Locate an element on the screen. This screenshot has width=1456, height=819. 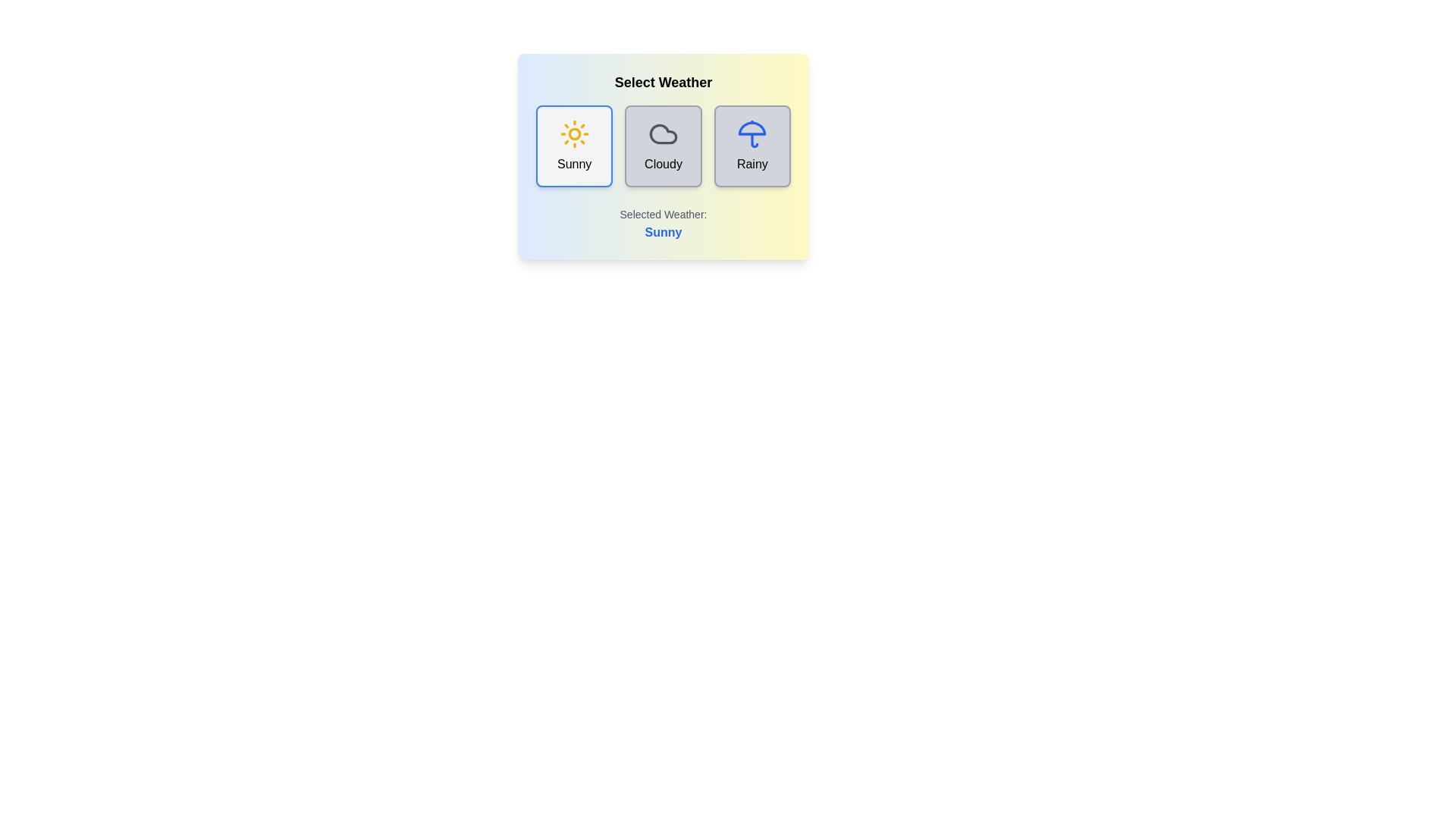
the Cloudy button to select the corresponding weather is located at coordinates (663, 146).